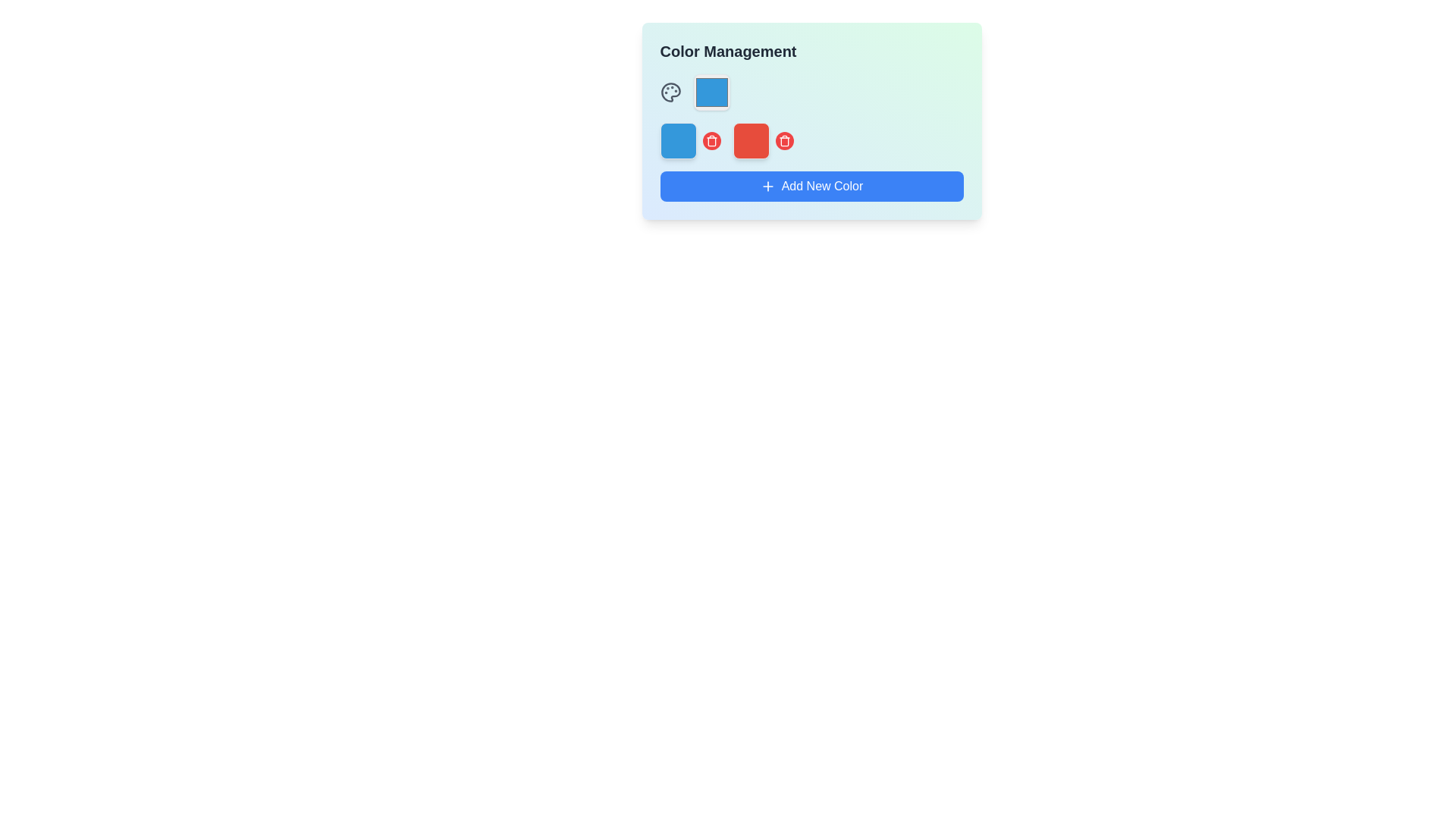 This screenshot has width=1456, height=819. I want to click on the trash bin icon button in the top-right corner of the red square element within the 'Color Management' card, so click(711, 140).